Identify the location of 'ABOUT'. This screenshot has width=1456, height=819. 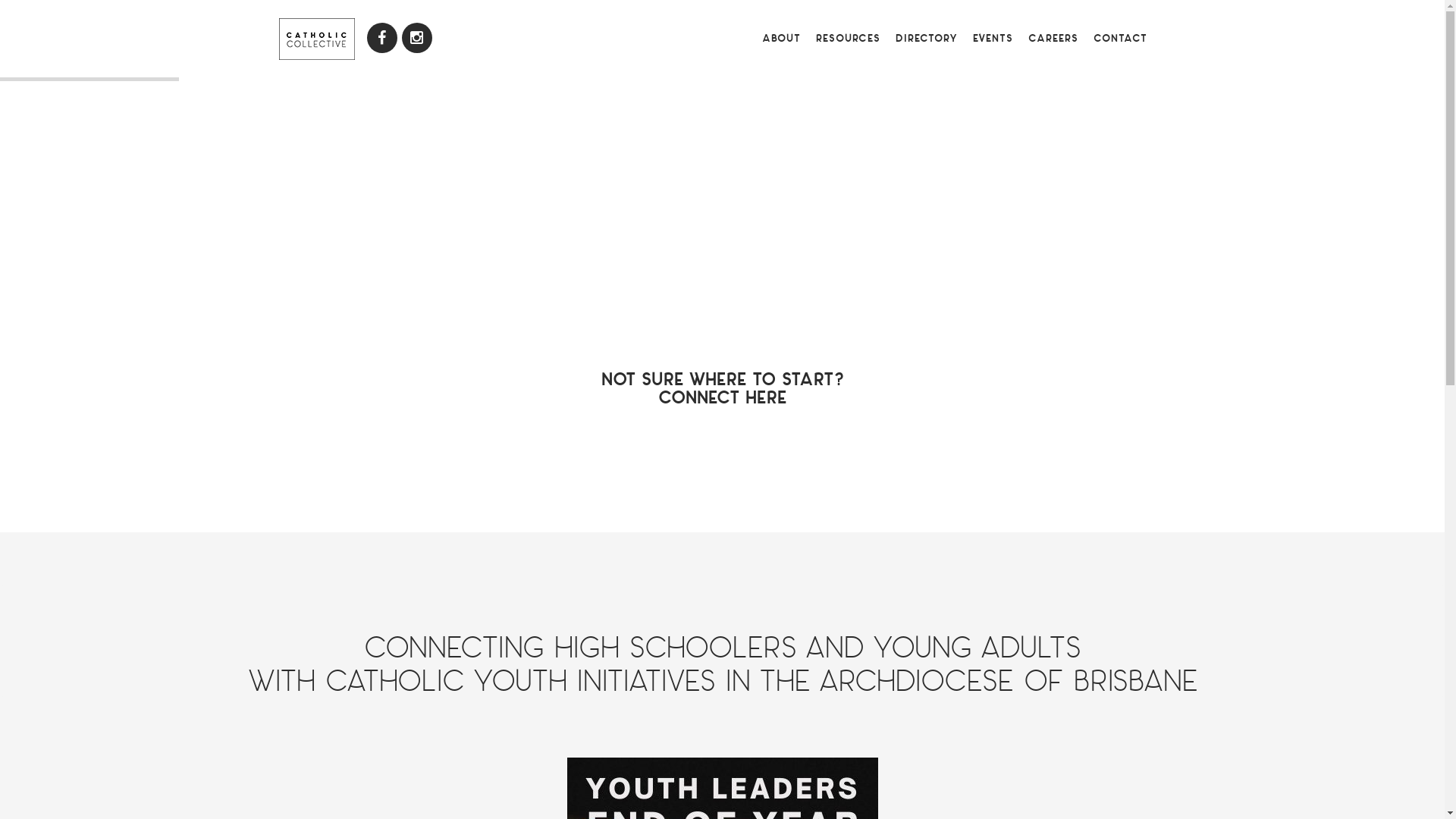
(753, 37).